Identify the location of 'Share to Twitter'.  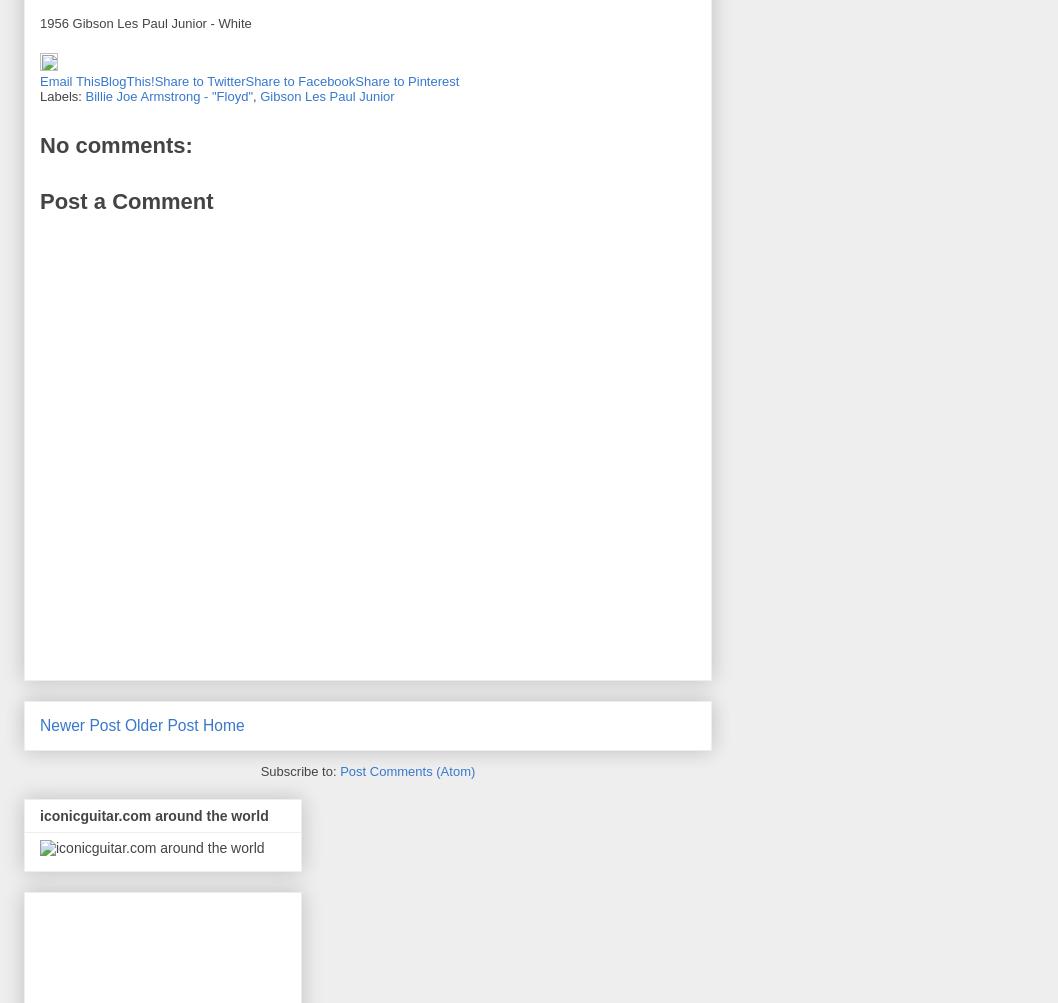
(199, 81).